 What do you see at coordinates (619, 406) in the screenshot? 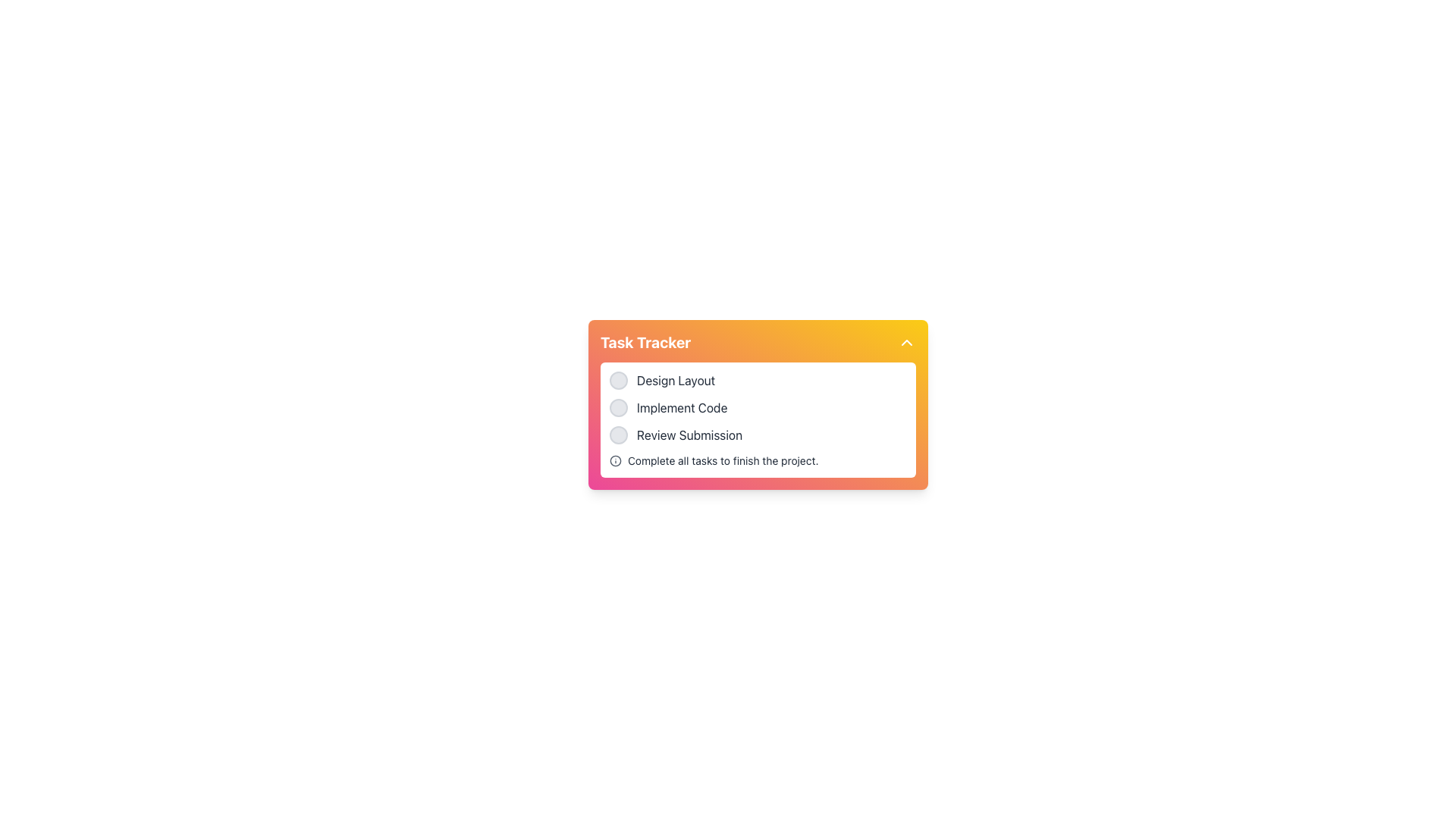
I see `the checkbox, which is a small circular UI element with a light gray background and gray border, located to the left of the text 'Implement Code'` at bounding box center [619, 406].